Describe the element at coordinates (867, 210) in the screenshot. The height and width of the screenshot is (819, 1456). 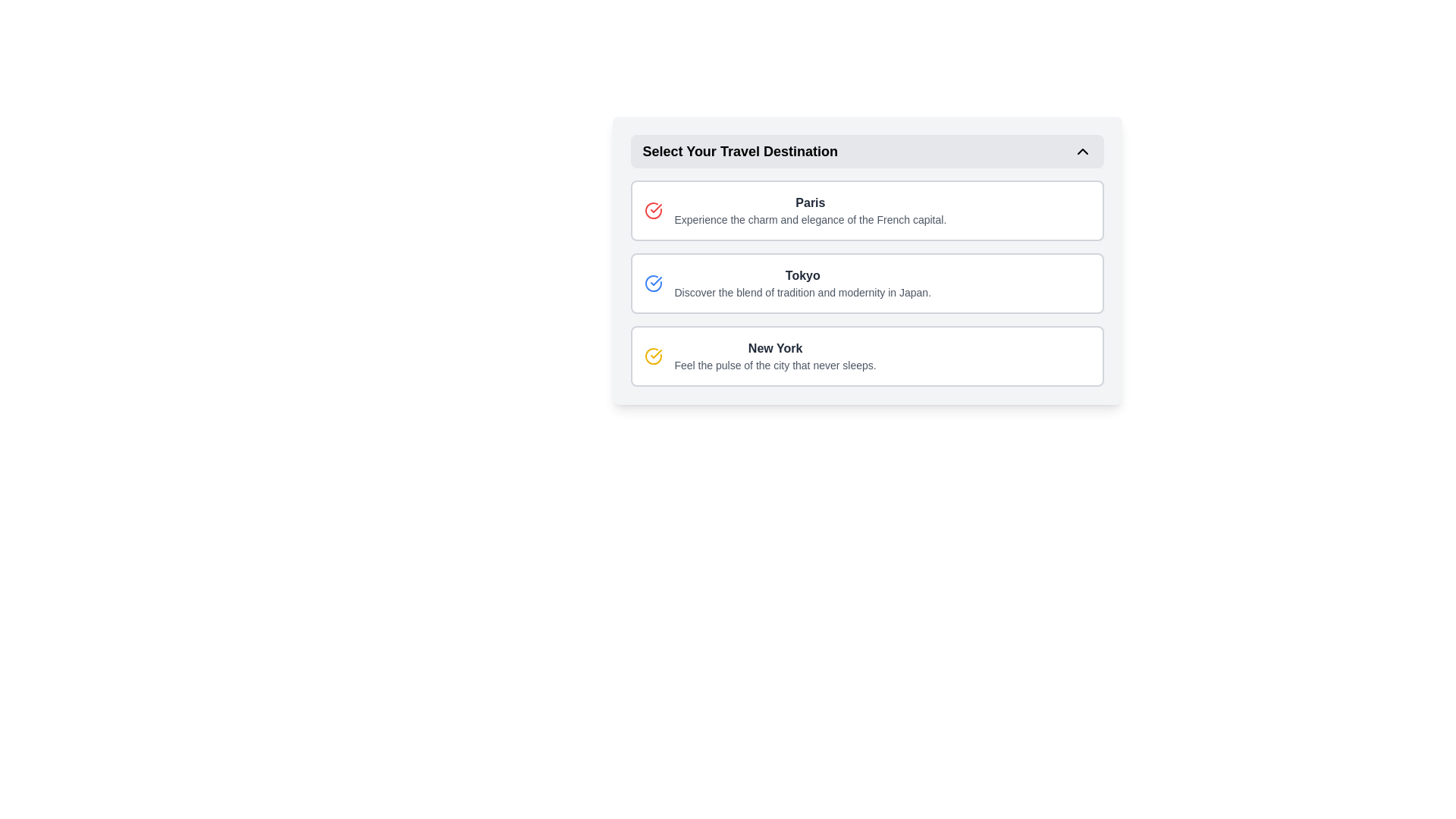
I see `the interactive card titled 'Paris'` at that location.